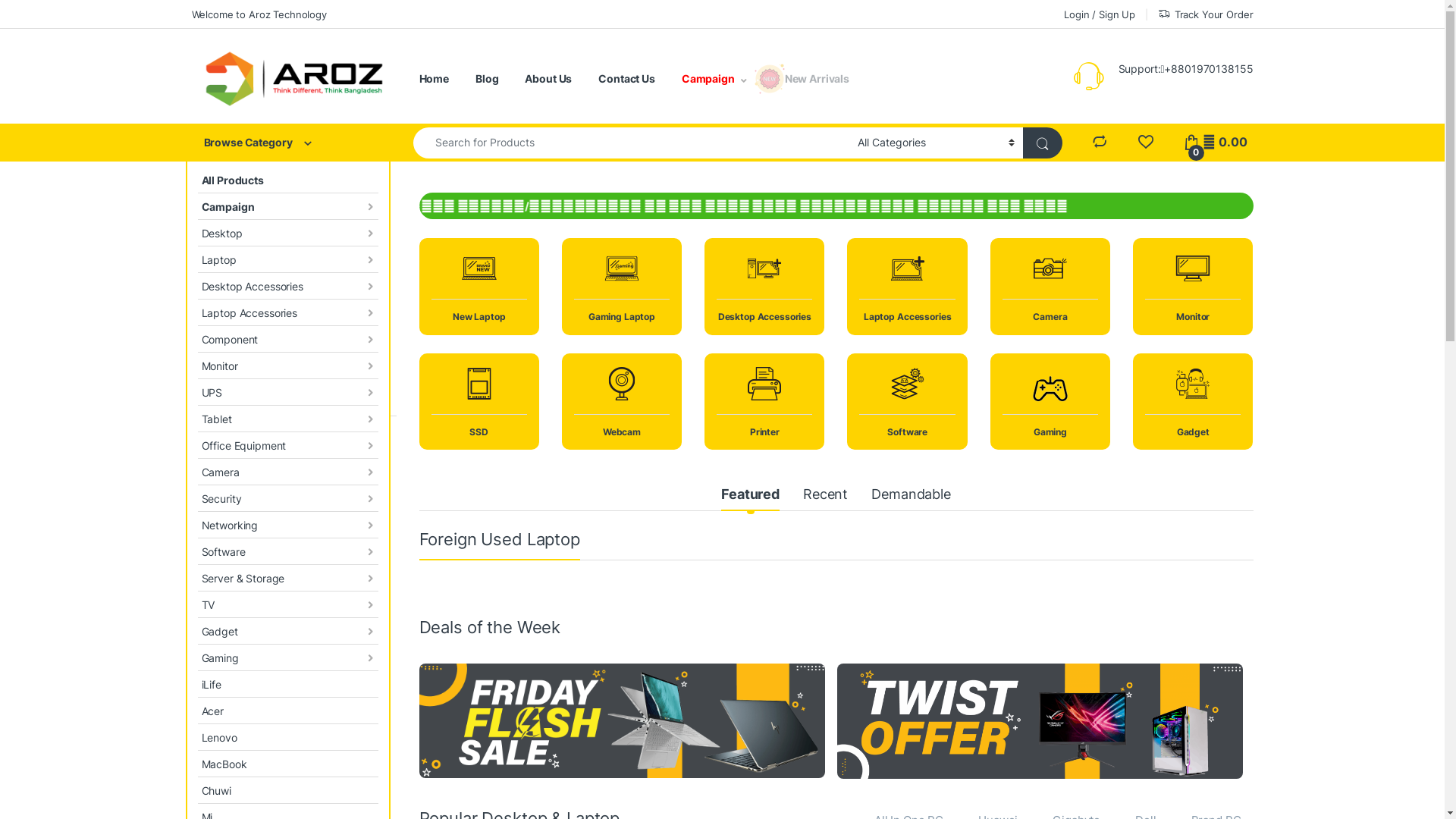  What do you see at coordinates (196, 391) in the screenshot?
I see `'UPS'` at bounding box center [196, 391].